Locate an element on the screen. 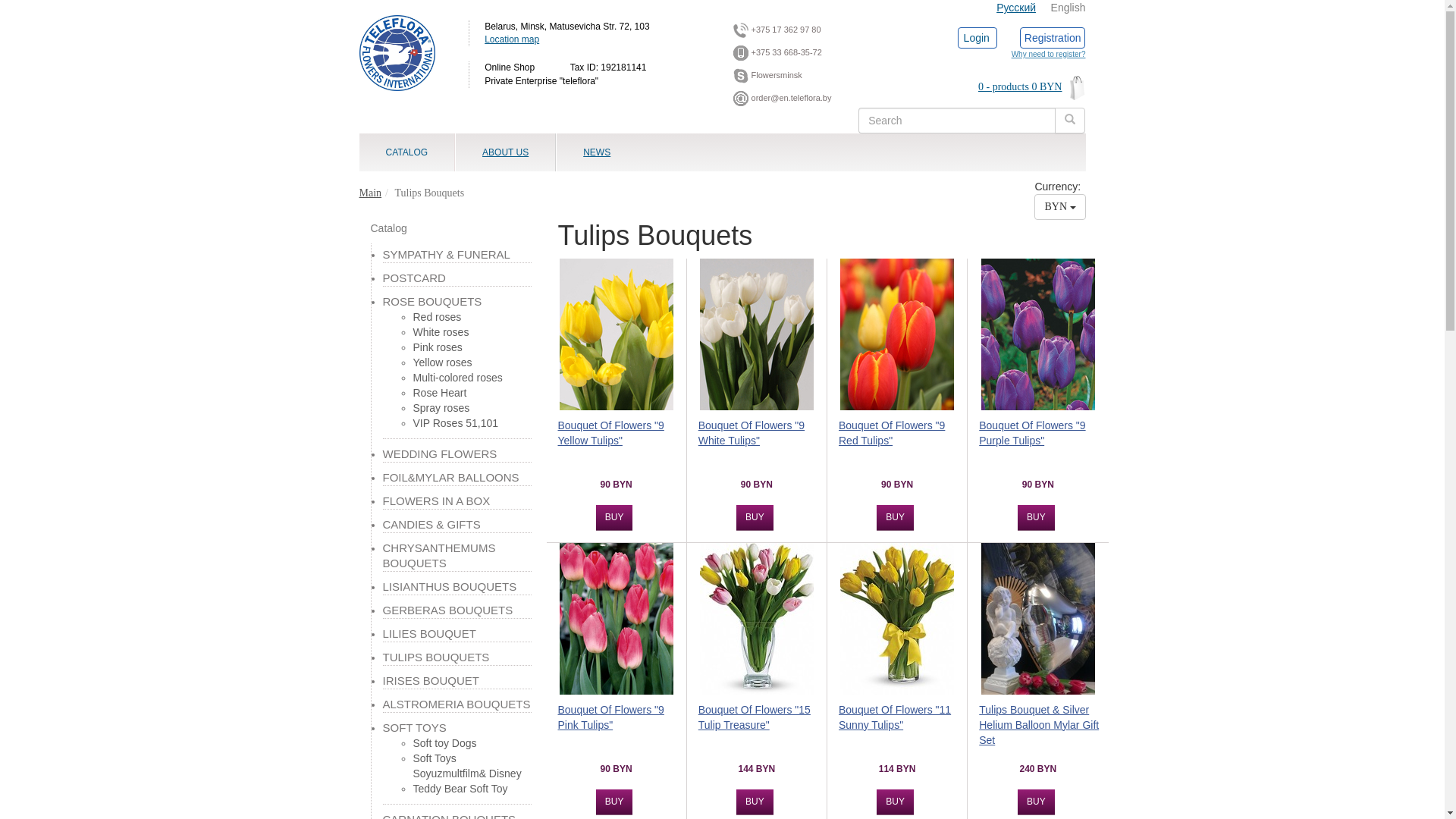 This screenshot has height=819, width=1456. 'FLOWERS IN A BOX' is located at coordinates (382, 500).